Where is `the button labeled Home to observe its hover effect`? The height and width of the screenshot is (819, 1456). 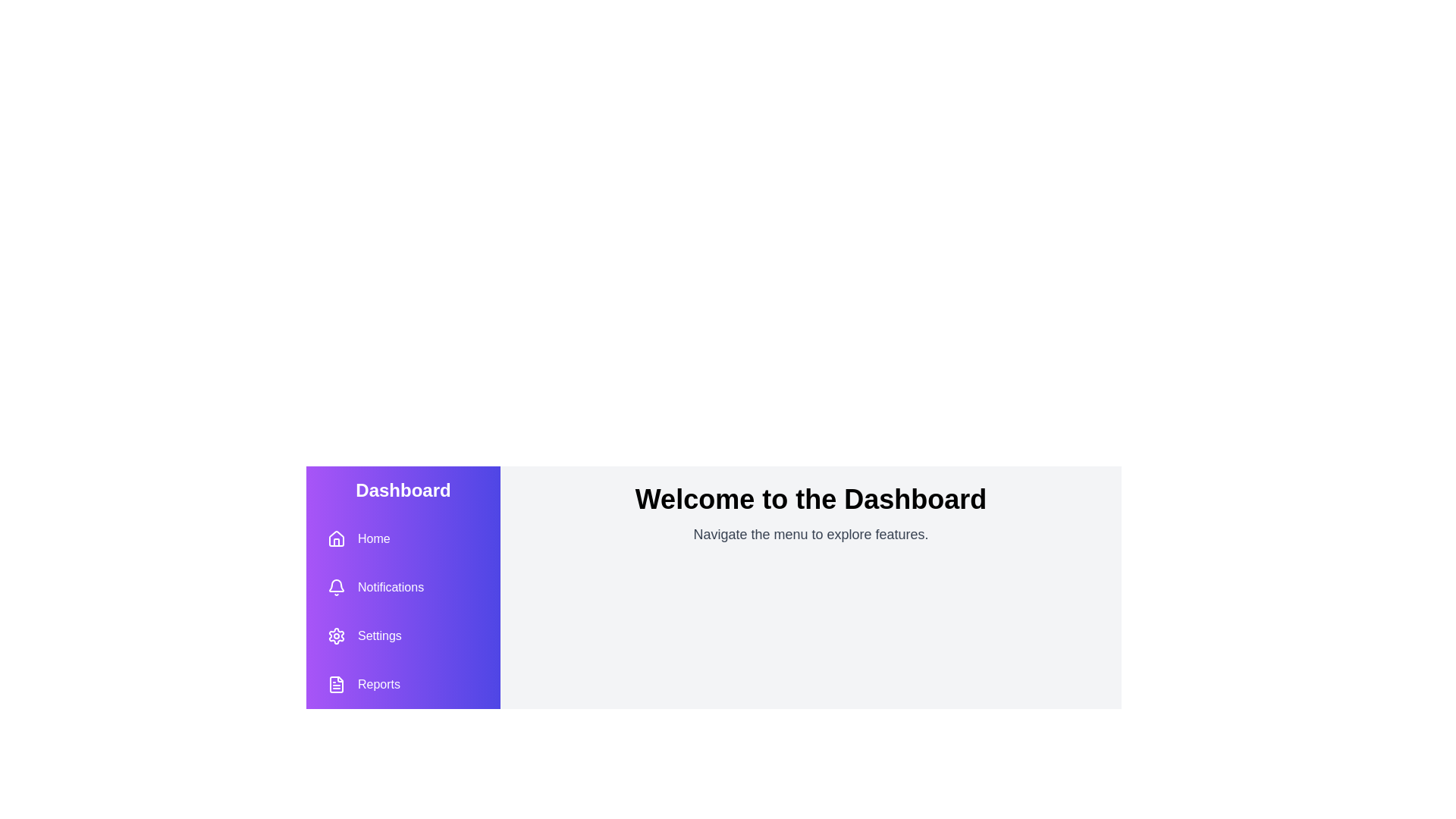
the button labeled Home to observe its hover effect is located at coordinates (358, 538).